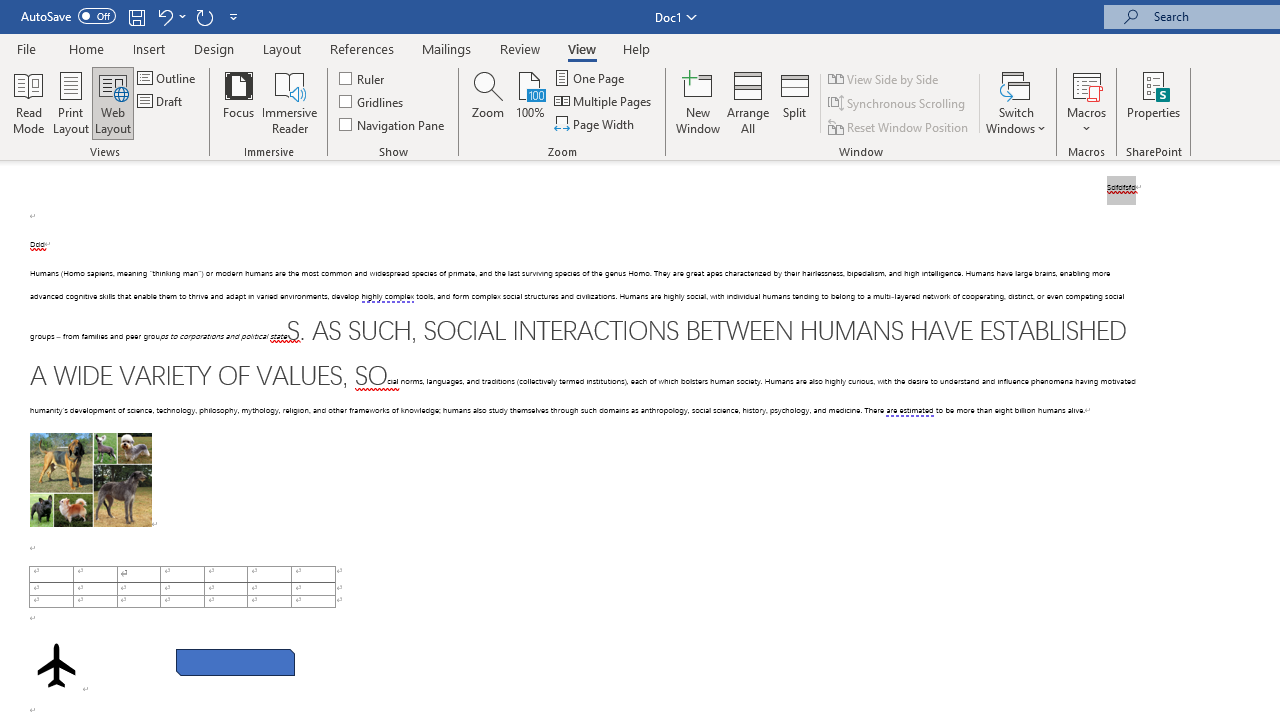  Describe the element at coordinates (89, 479) in the screenshot. I see `'Morphological variation in six dogs'` at that location.